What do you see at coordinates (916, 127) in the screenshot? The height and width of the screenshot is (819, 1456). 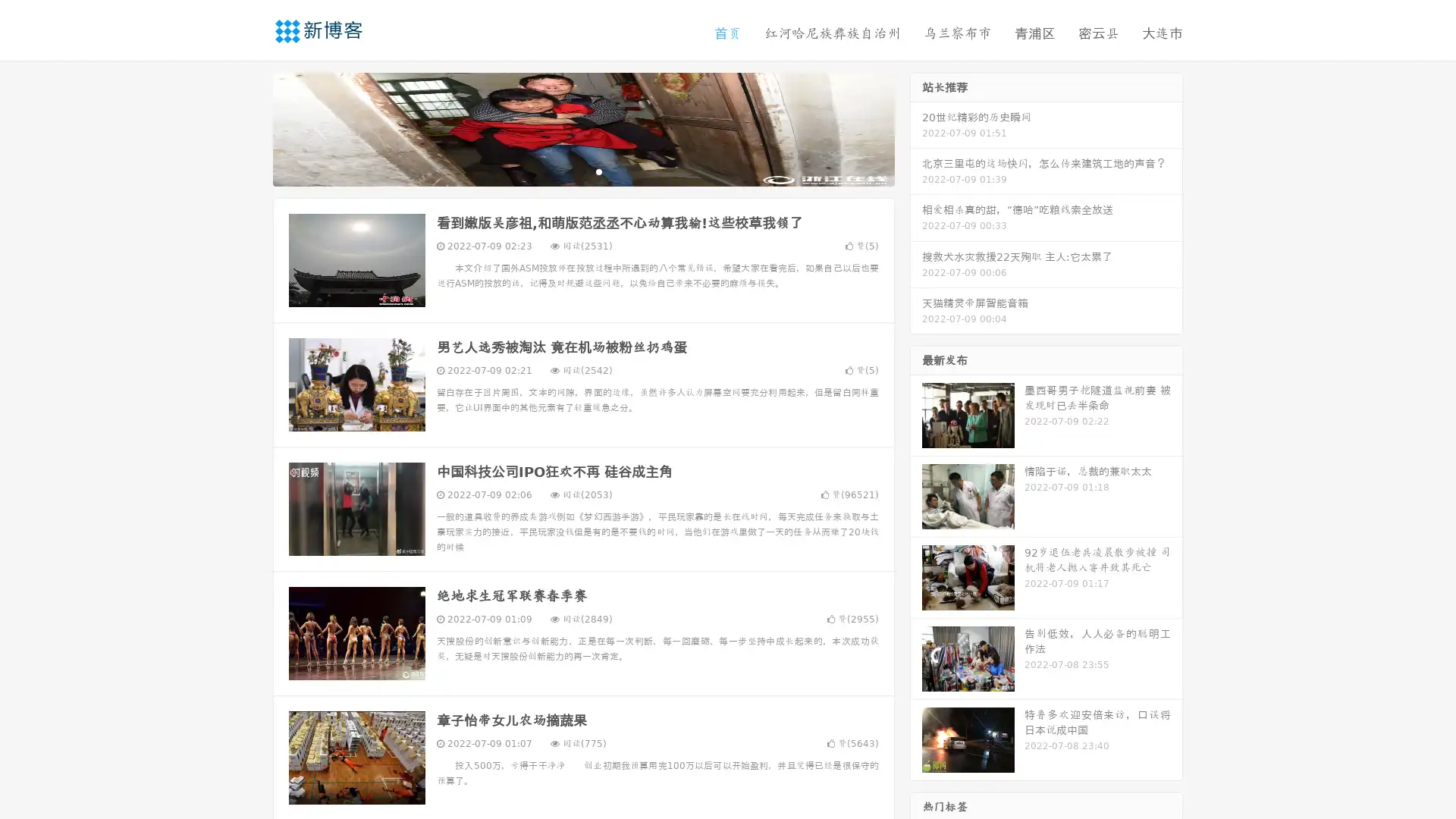 I see `Next slide` at bounding box center [916, 127].